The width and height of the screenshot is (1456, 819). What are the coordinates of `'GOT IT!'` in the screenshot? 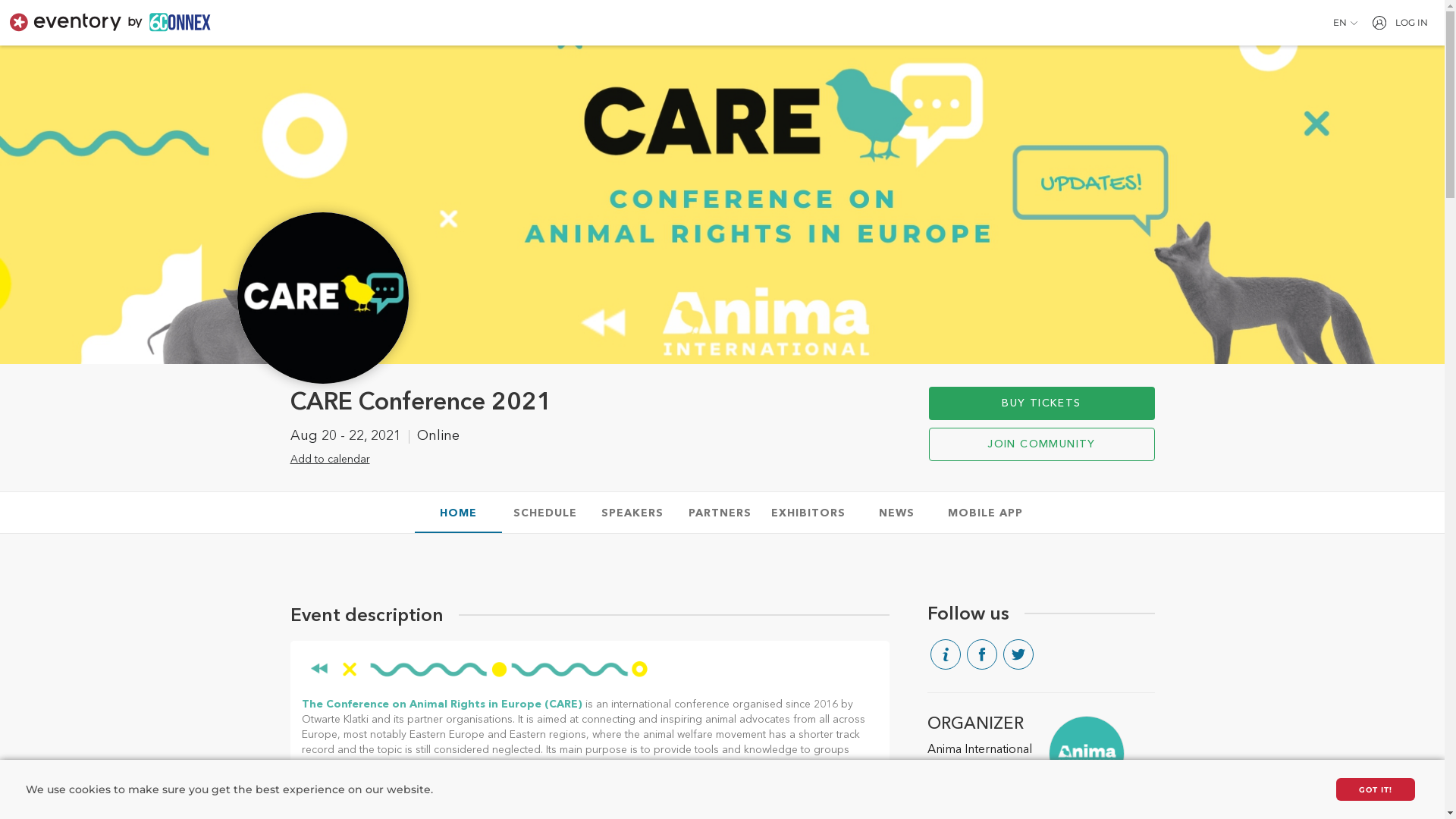 It's located at (1376, 789).